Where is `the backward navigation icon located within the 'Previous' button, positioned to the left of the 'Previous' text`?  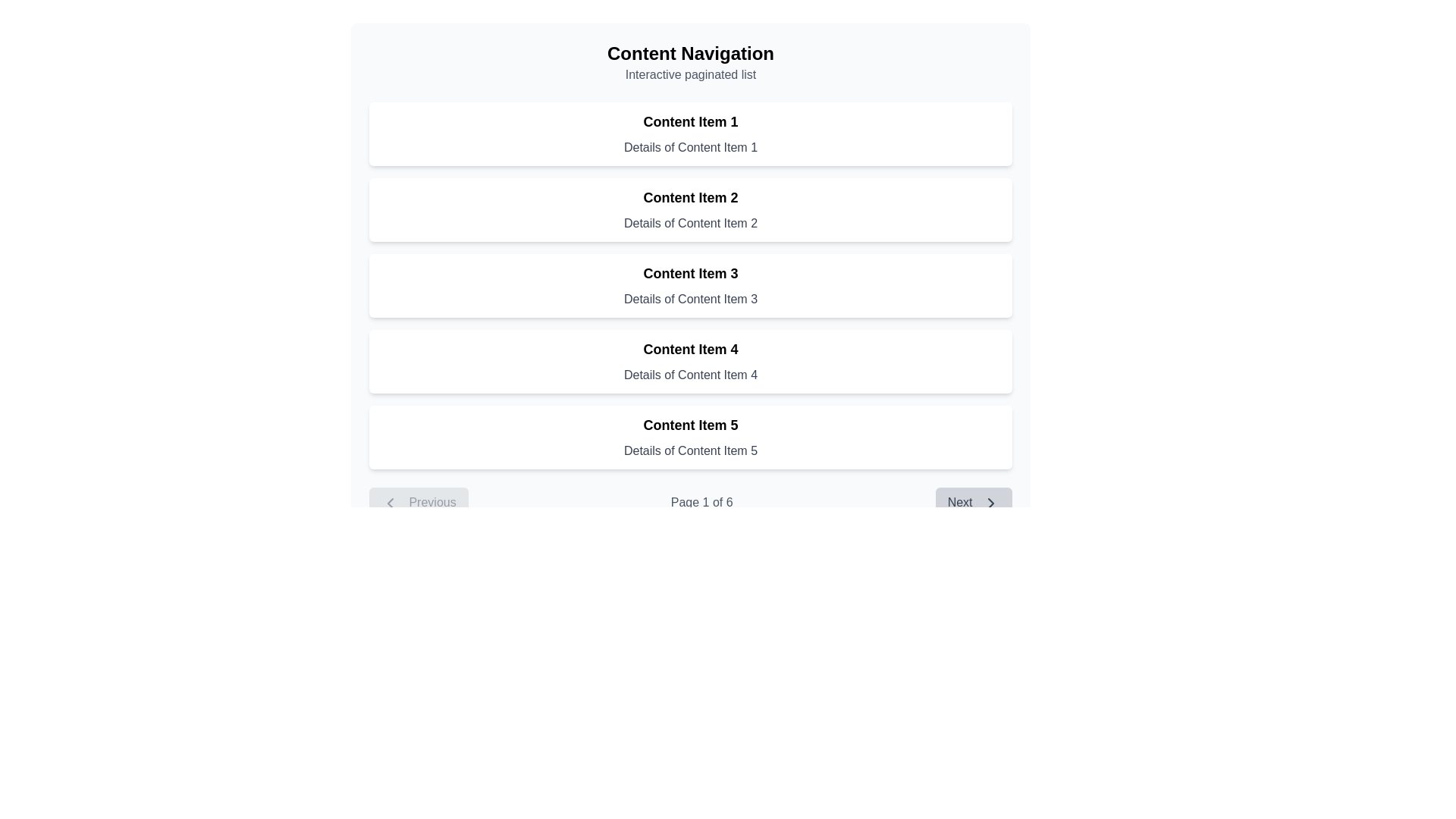 the backward navigation icon located within the 'Previous' button, positioned to the left of the 'Previous' text is located at coordinates (390, 503).